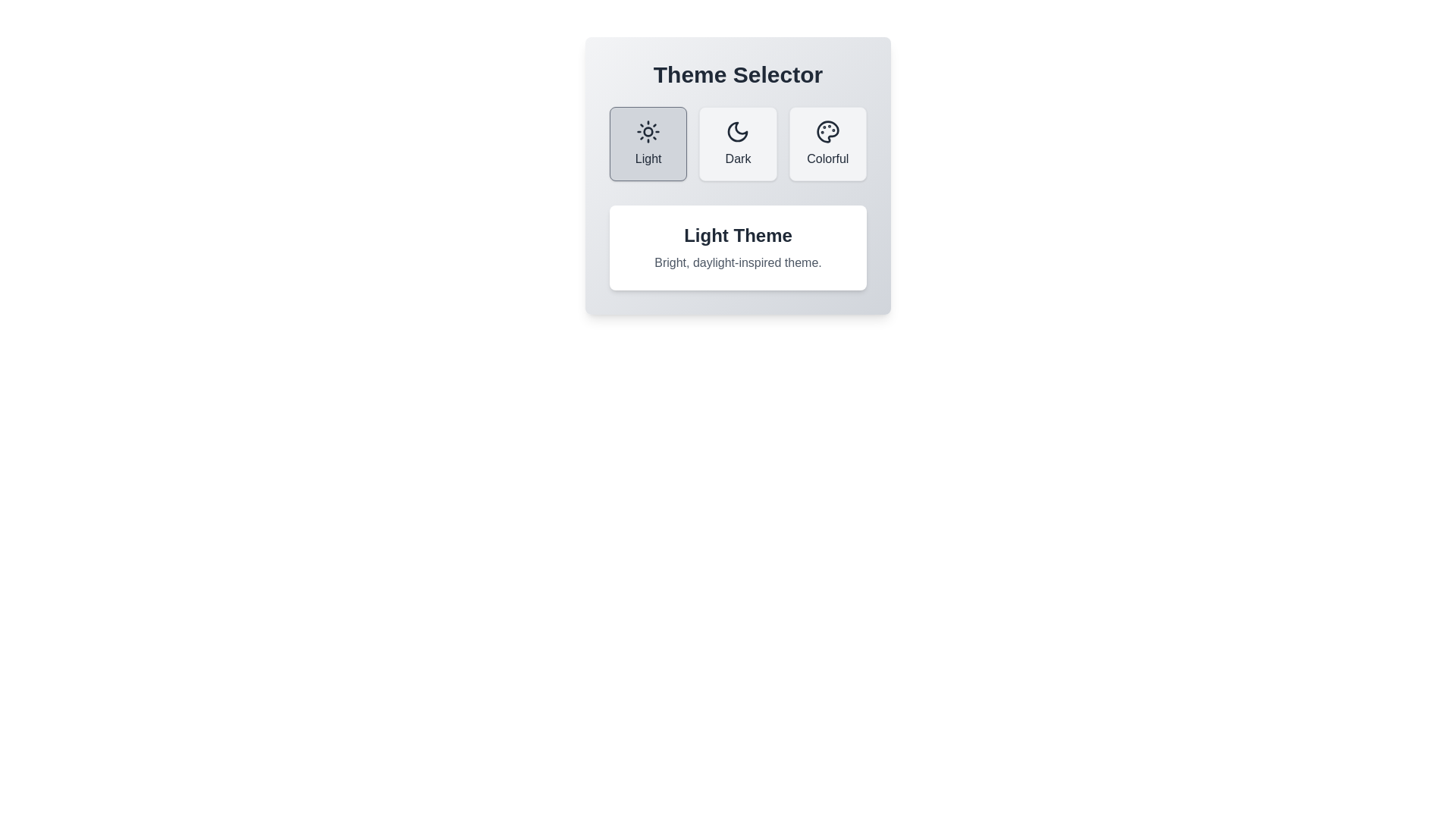  What do you see at coordinates (738, 130) in the screenshot?
I see `the 'Dark' theme option icon located in the middle of the 'Theme Selector' group` at bounding box center [738, 130].